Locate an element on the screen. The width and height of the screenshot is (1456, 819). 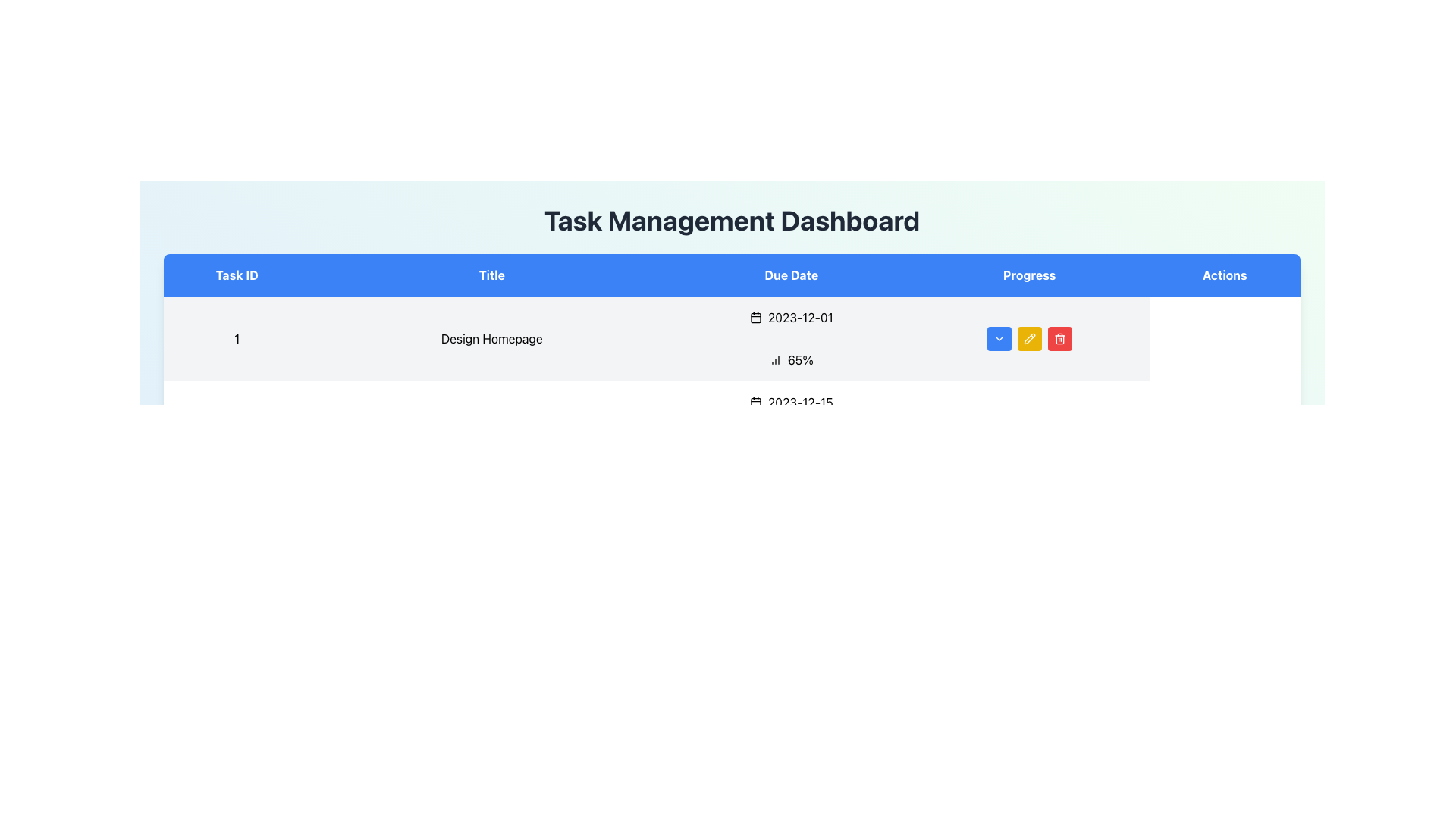
the Due Date label displaying the due date for the 'Design Homepage' task located in the third column of the first row of the table is located at coordinates (790, 317).